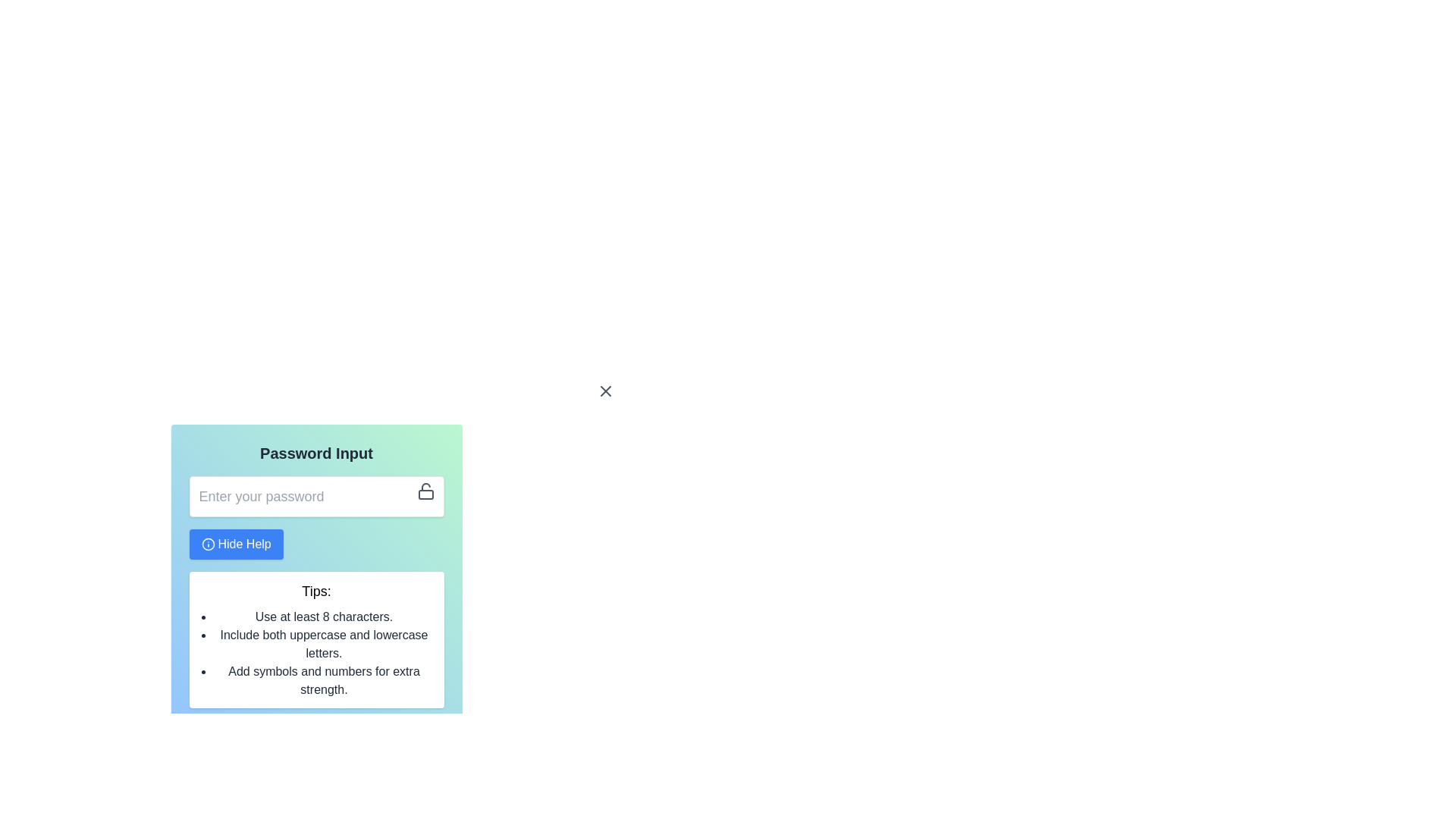 The width and height of the screenshot is (1456, 819). I want to click on the informative icon located to the left of the 'Hide Help' button, which indicates additional help or information, so click(207, 543).